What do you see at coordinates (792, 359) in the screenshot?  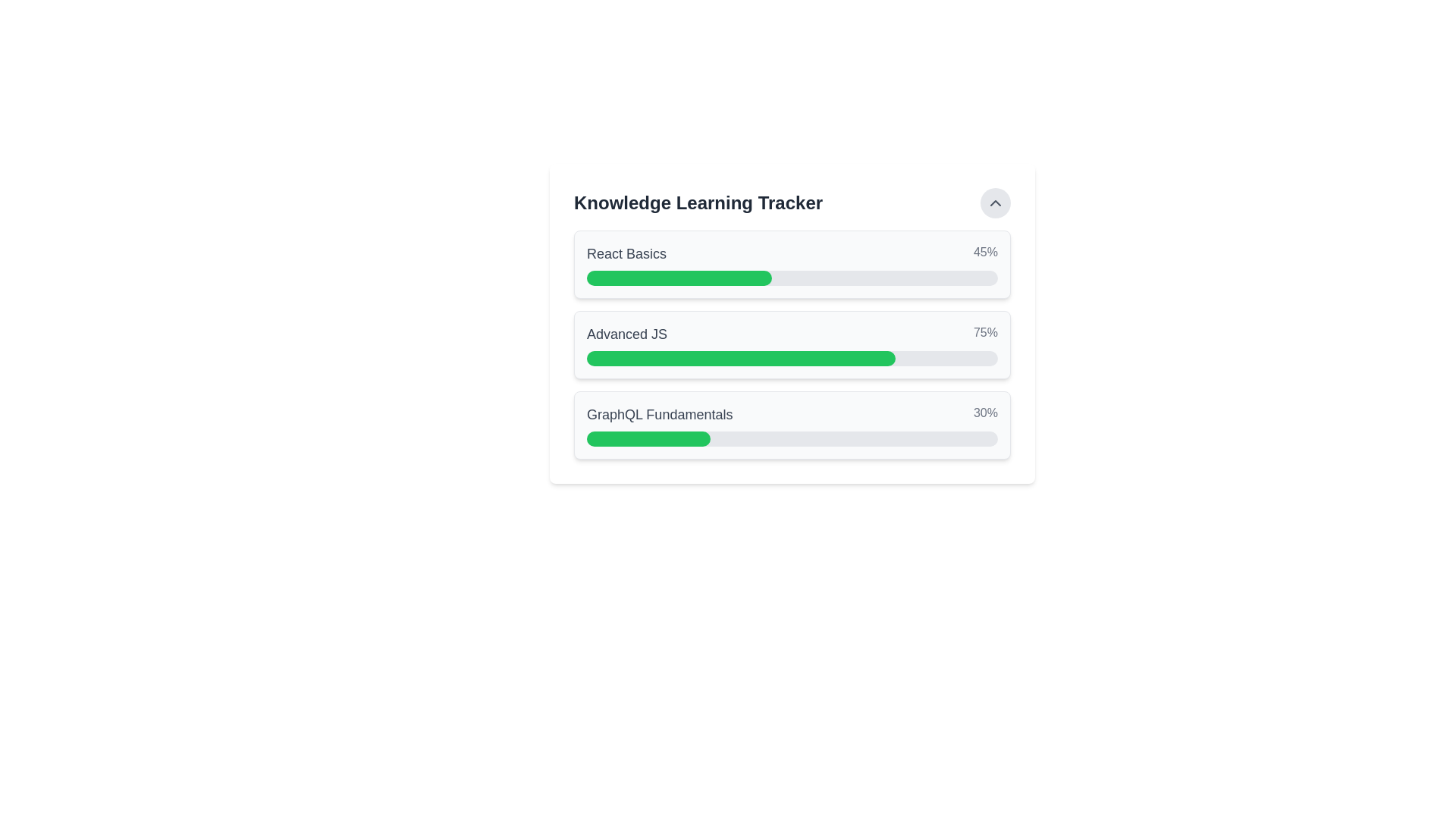 I see `the progress bar representing 75% completion for the 'Advanced JS' topic, located in the 'Knowledge Learning Tracker' widget, under the label 'Advanced JS 75%'` at bounding box center [792, 359].